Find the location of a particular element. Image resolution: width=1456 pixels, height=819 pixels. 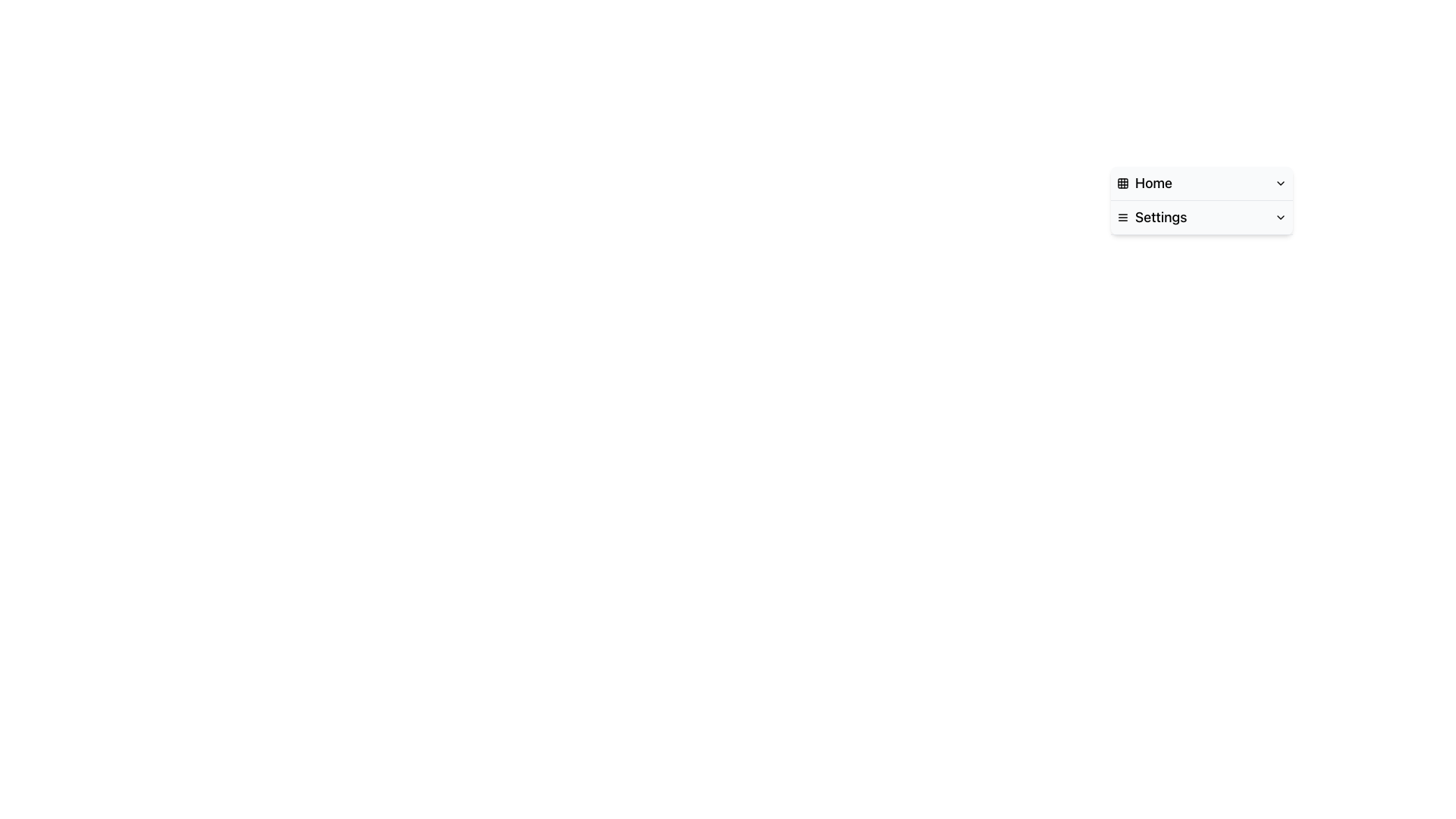

the grid icon is located at coordinates (1123, 183).